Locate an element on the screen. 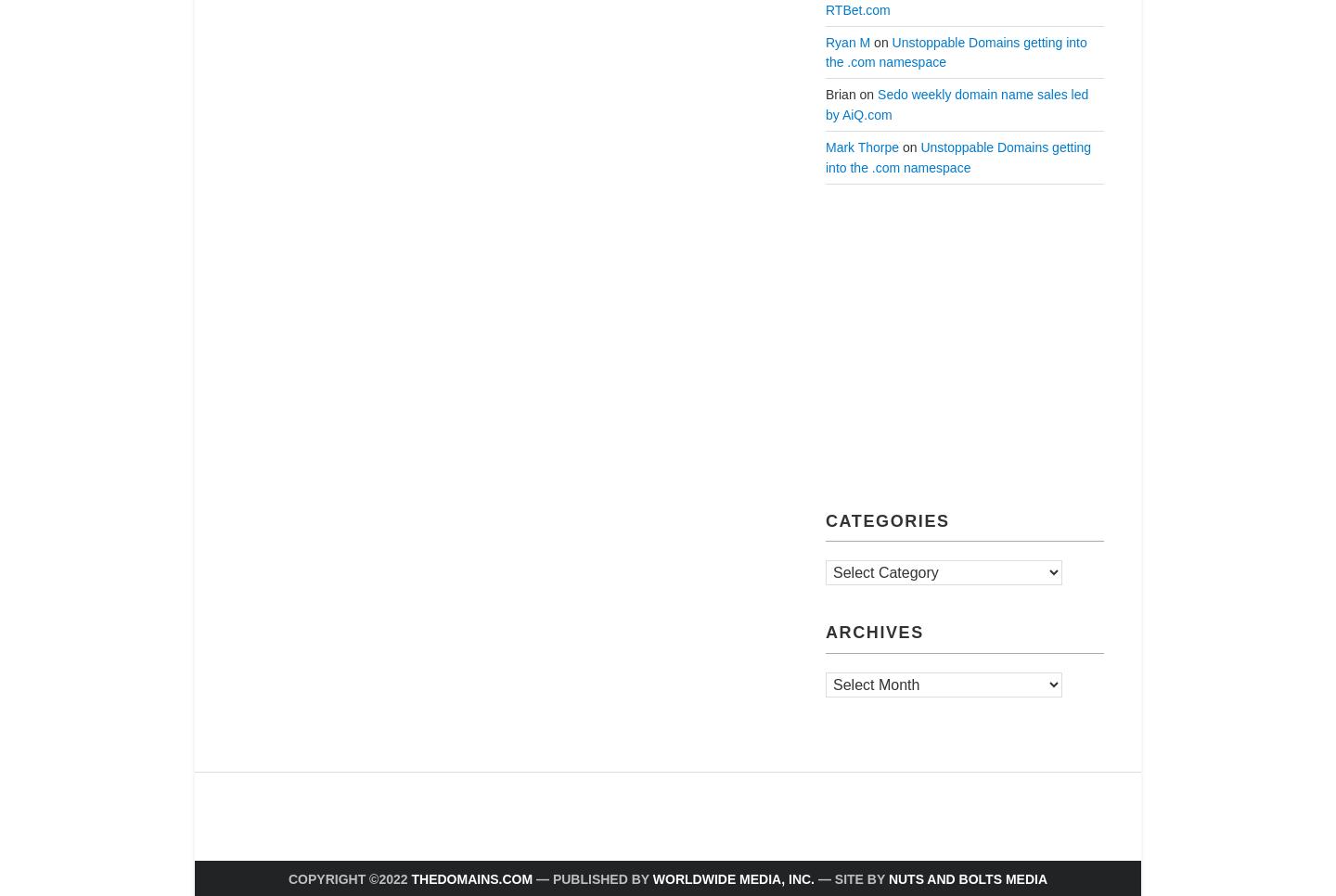 This screenshot has height=896, width=1336. 'Worldwide Media, Inc.' is located at coordinates (733, 877).